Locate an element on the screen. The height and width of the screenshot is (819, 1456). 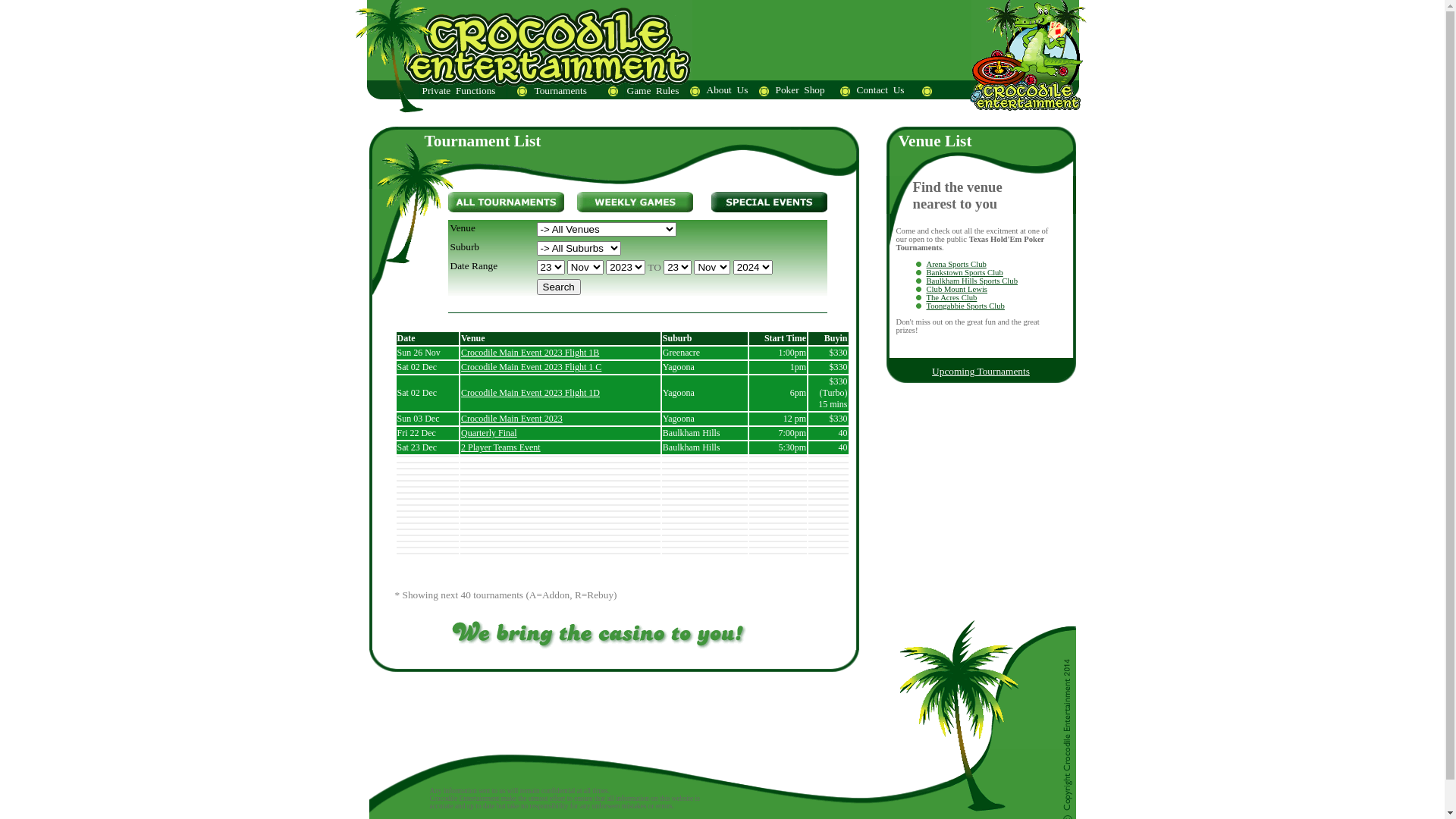
'Club Mount Lewis' is located at coordinates (956, 289).